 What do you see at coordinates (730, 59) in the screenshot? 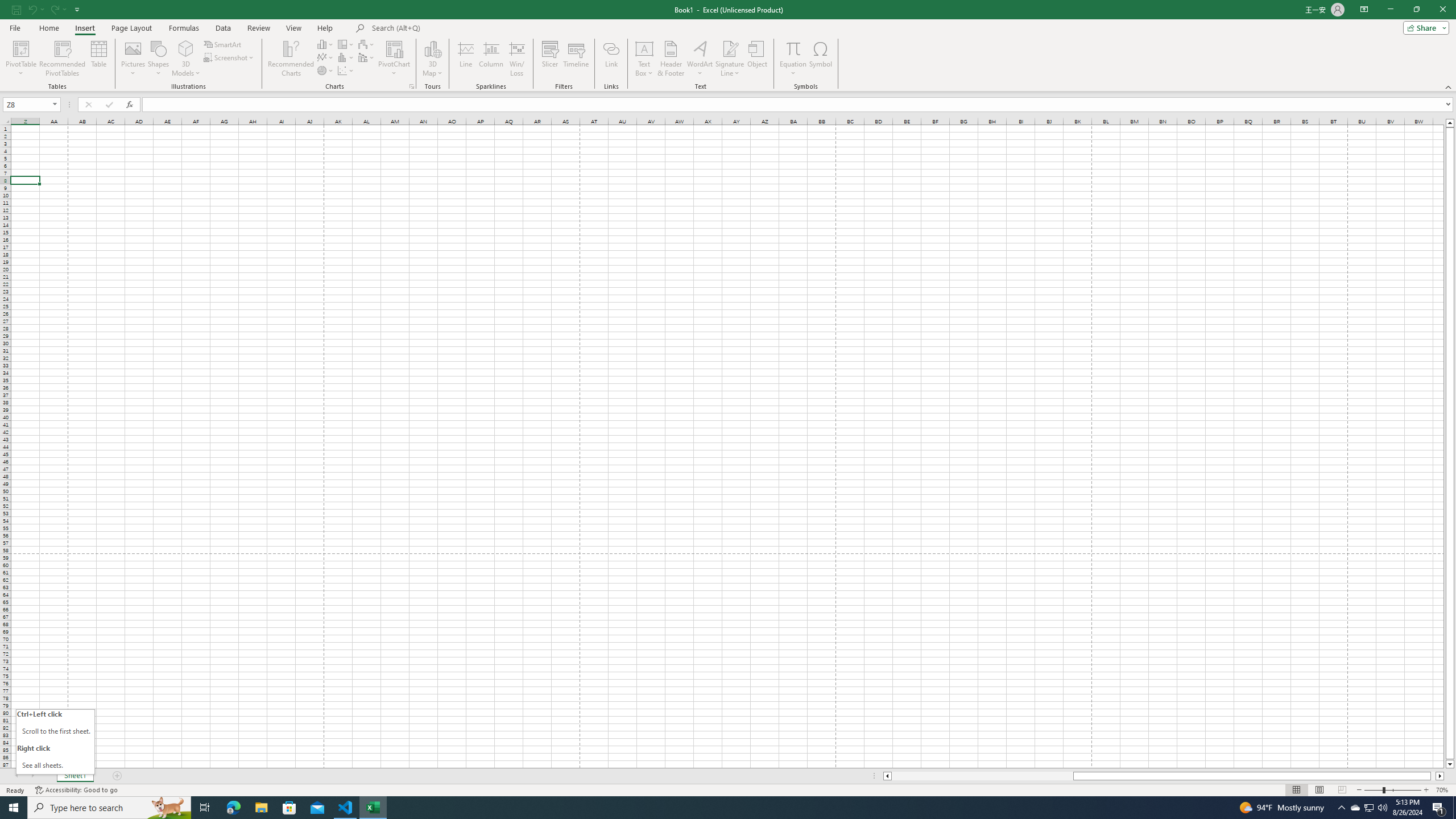
I see `'Signature Line'` at bounding box center [730, 59].